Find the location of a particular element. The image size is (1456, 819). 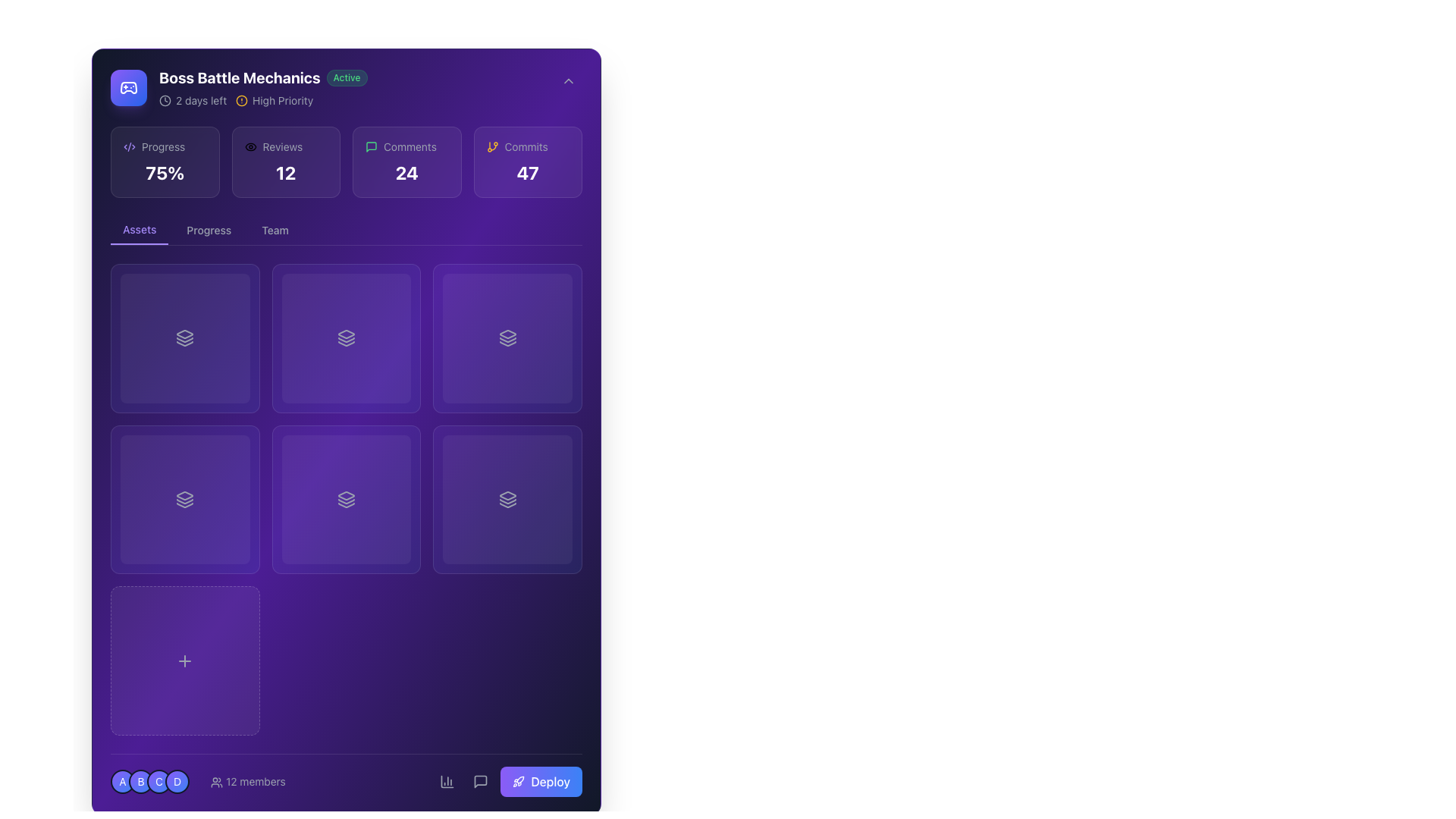

the second square in the first row of the grid layout is located at coordinates (345, 337).